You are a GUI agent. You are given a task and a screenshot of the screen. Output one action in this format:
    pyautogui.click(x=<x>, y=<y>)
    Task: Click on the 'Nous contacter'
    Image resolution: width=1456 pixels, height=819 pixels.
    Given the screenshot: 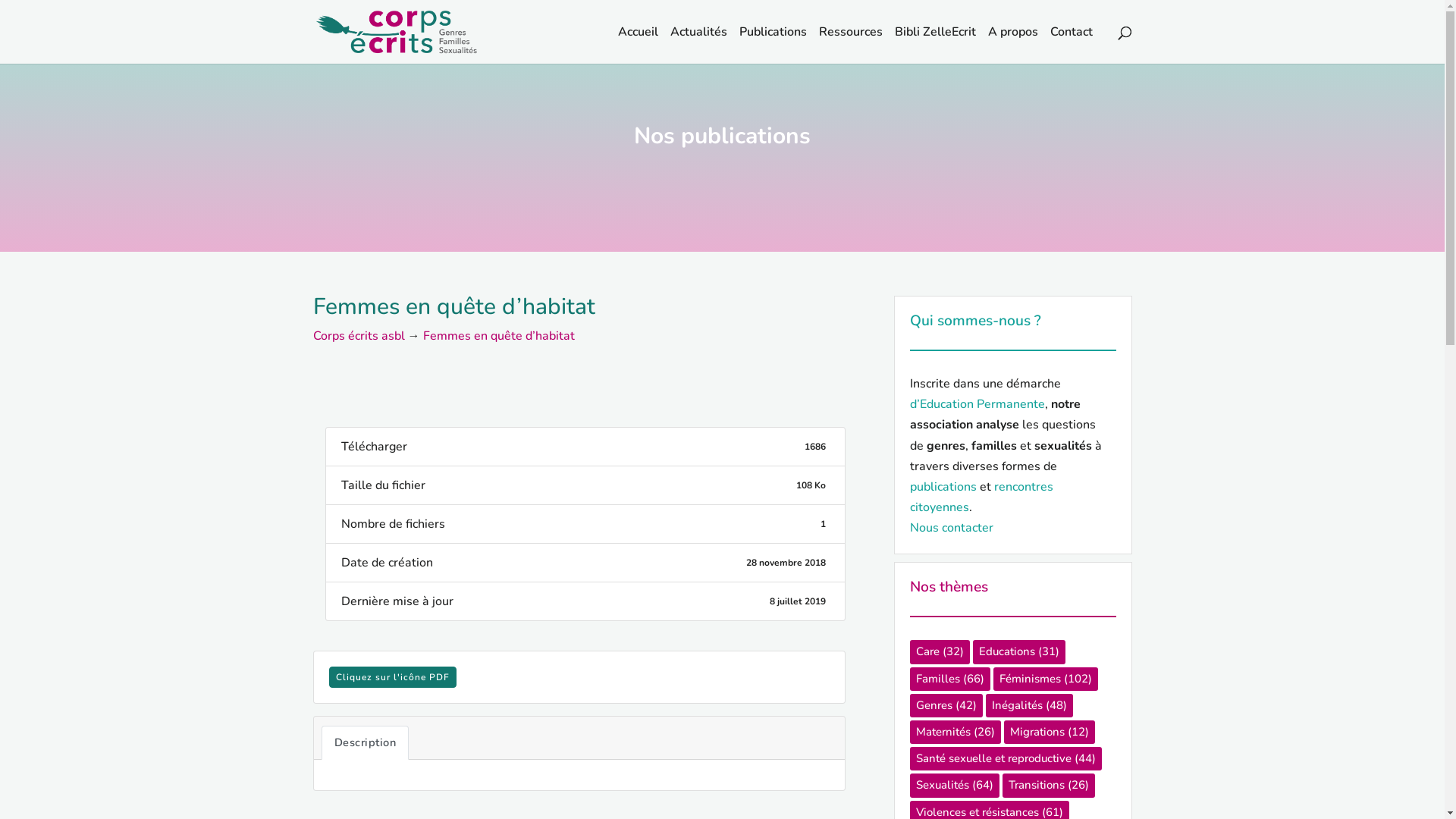 What is the action you would take?
    pyautogui.click(x=950, y=526)
    